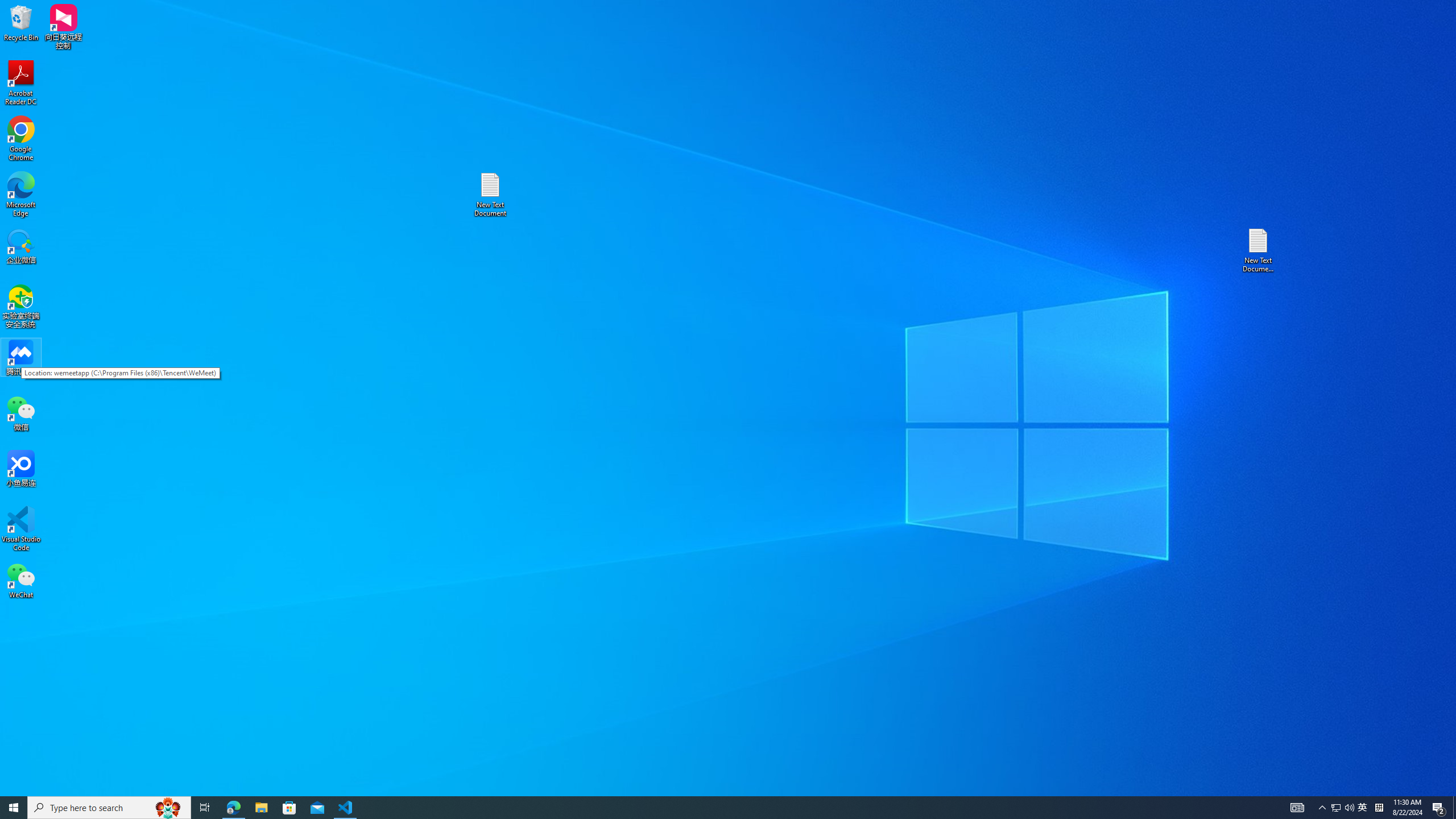 This screenshot has height=819, width=1456. What do you see at coordinates (20, 22) in the screenshot?
I see `'Recycle Bin'` at bounding box center [20, 22].